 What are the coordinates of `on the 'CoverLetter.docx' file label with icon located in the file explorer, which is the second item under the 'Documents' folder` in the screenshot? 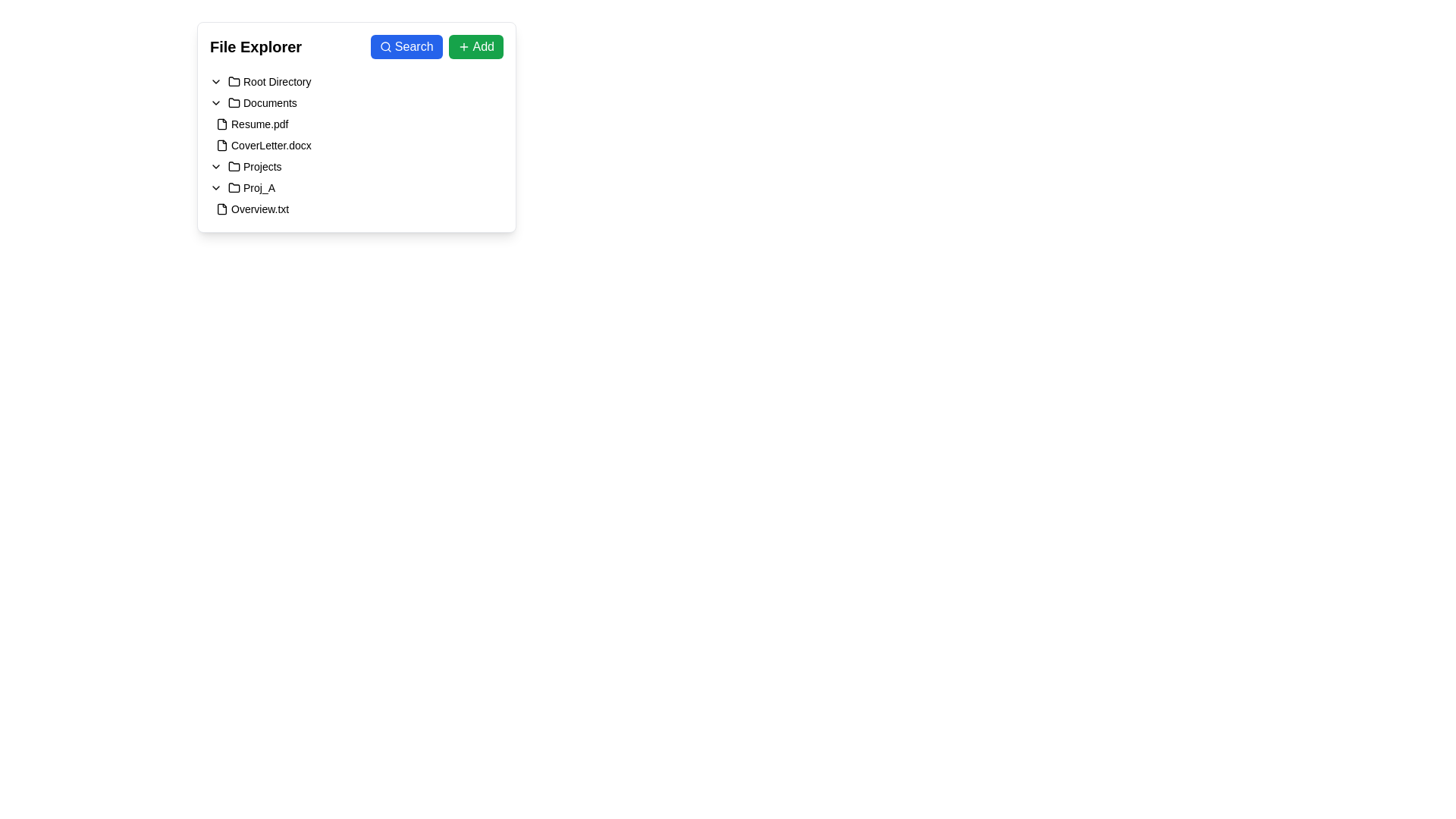 It's located at (263, 146).